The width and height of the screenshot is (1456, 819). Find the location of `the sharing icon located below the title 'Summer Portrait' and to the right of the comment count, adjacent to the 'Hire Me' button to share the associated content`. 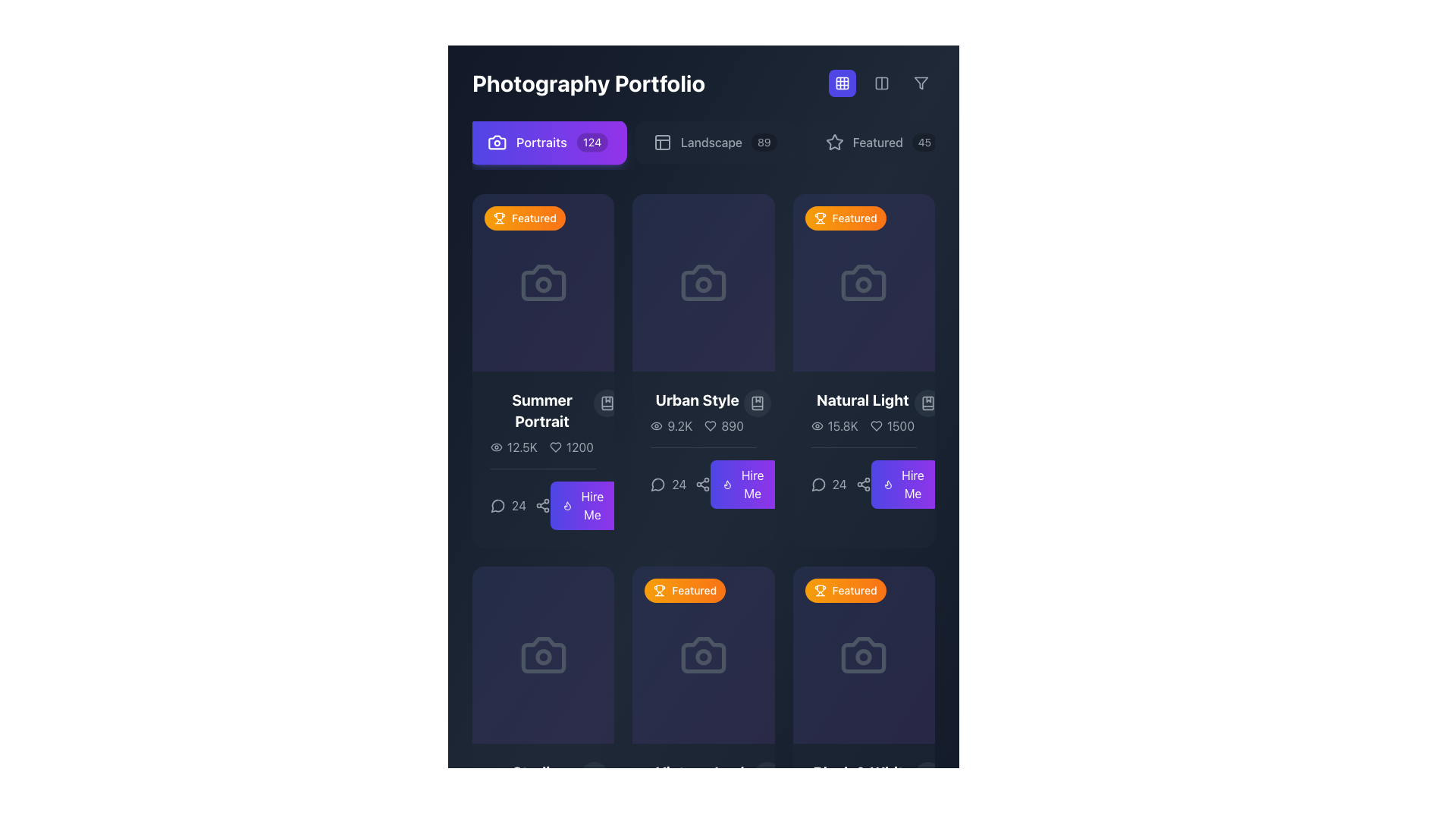

the sharing icon located below the title 'Summer Portrait' and to the right of the comment count, adjacent to the 'Hire Me' button to share the associated content is located at coordinates (543, 499).